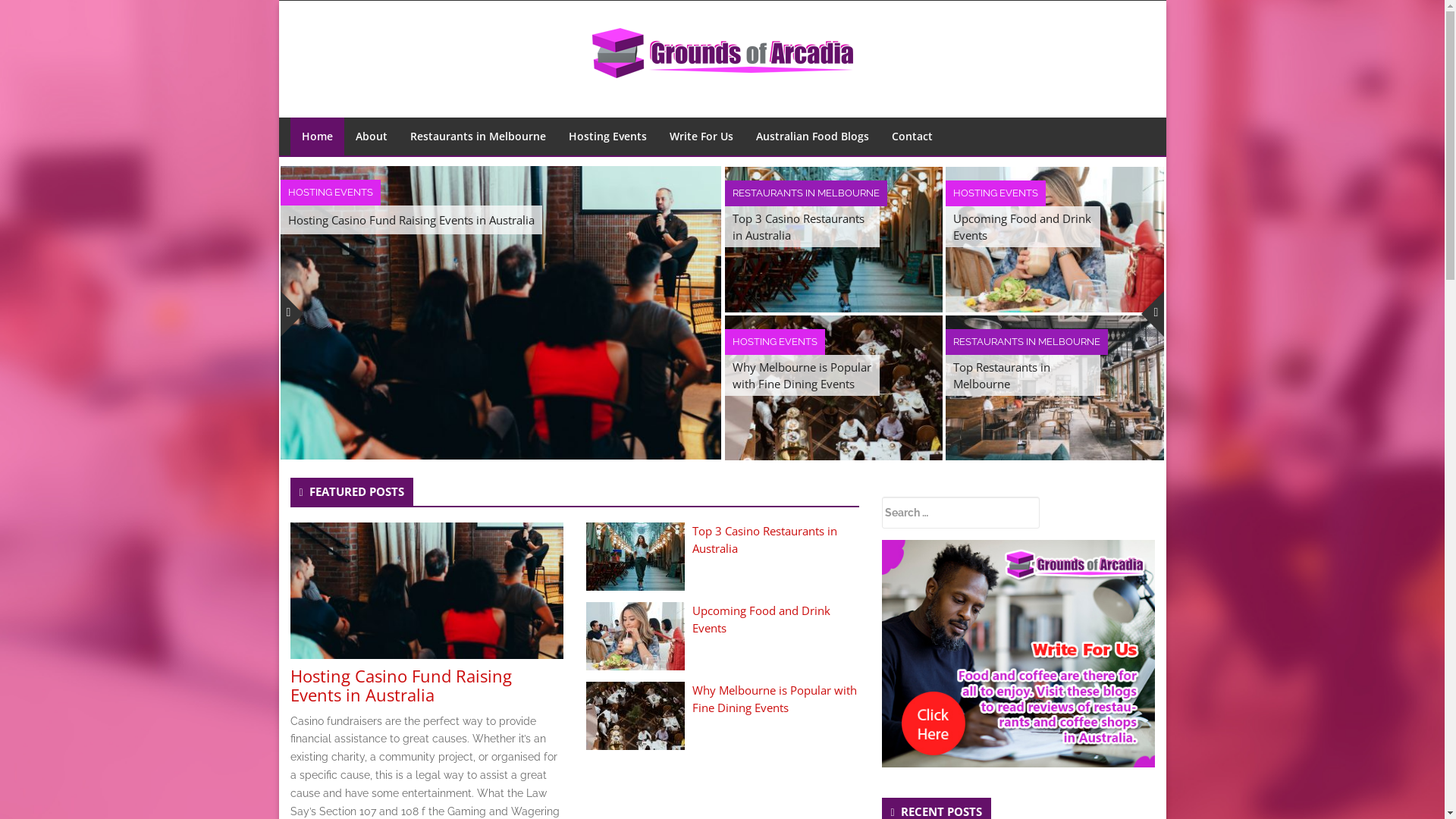 This screenshot has height=819, width=1456. I want to click on 'Top 3 Casino Restaurants in Australia', so click(634, 555).